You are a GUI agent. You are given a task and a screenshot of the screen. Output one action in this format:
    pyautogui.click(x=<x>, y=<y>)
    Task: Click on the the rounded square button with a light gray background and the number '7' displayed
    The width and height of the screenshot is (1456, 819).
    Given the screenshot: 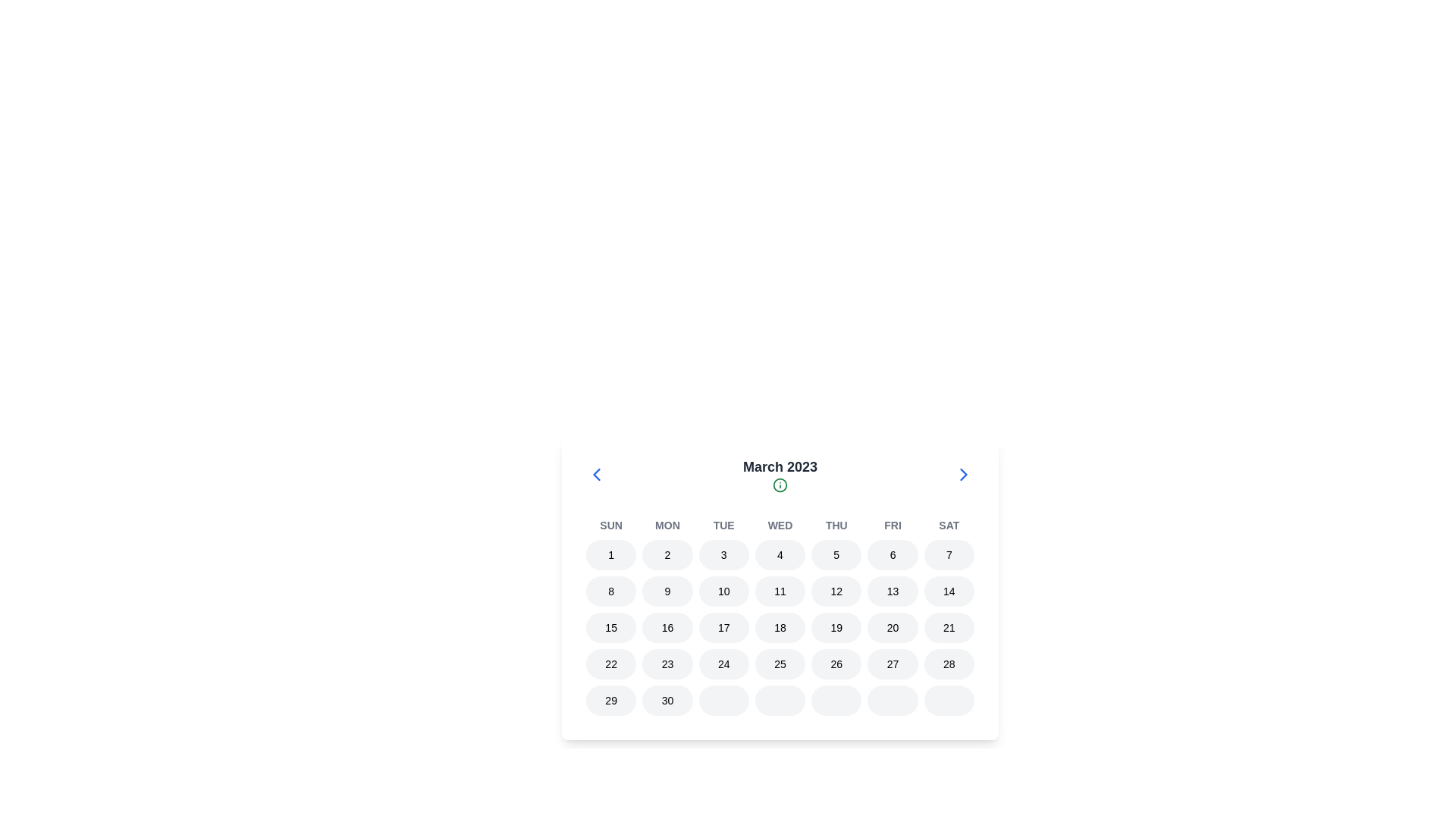 What is the action you would take?
    pyautogui.click(x=948, y=555)
    